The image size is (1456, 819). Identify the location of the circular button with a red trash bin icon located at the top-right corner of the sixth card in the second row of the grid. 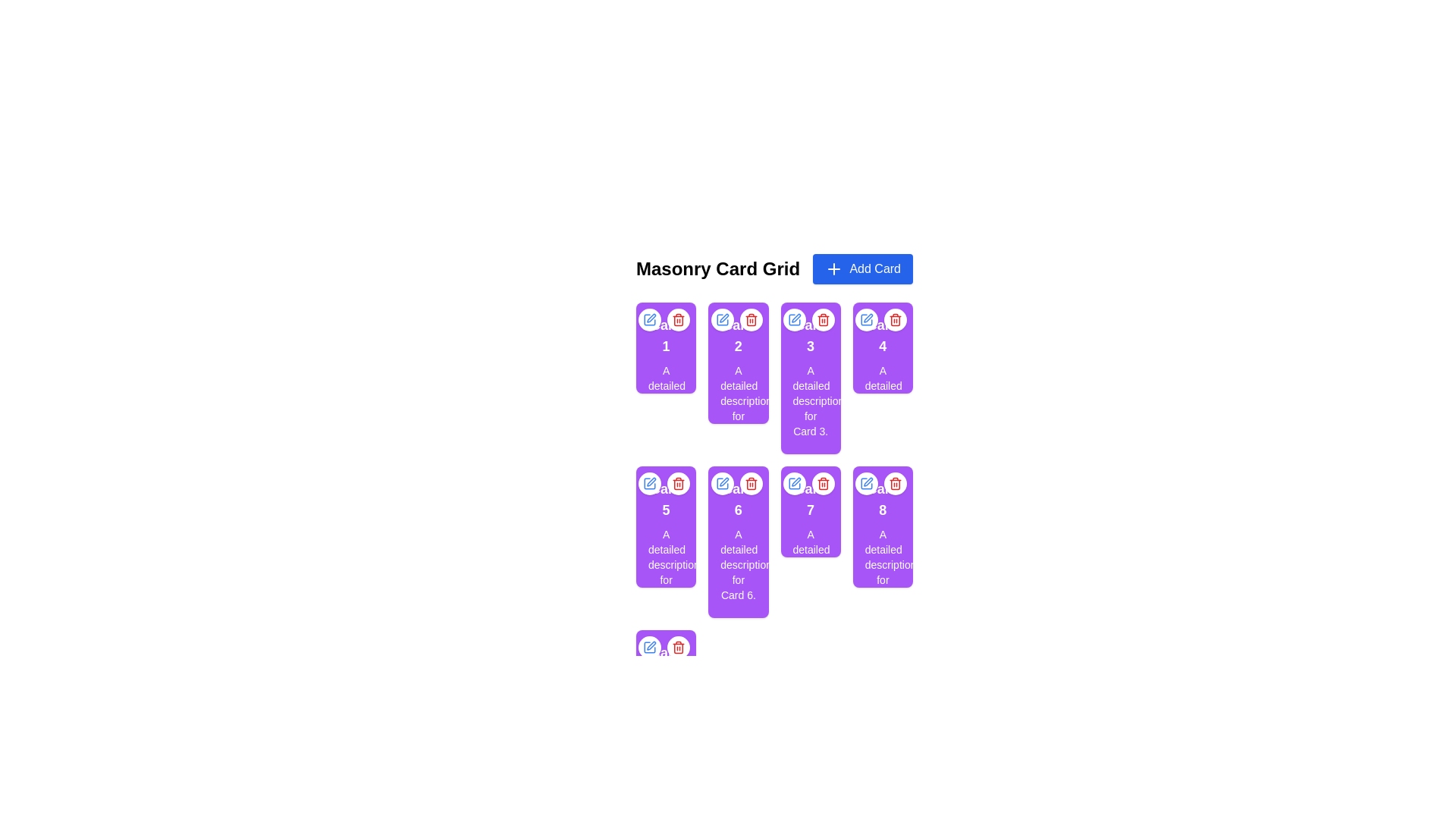
(751, 483).